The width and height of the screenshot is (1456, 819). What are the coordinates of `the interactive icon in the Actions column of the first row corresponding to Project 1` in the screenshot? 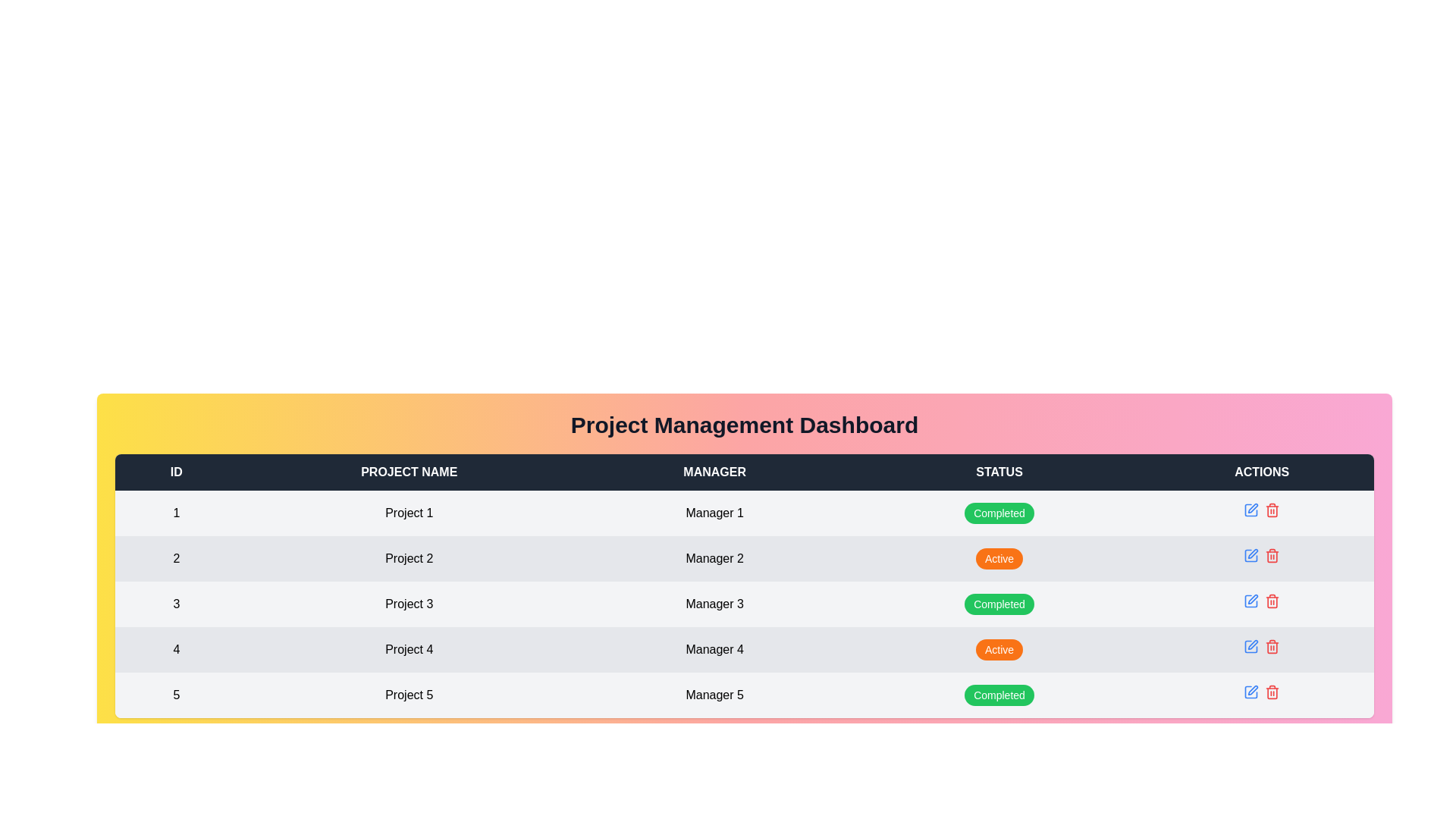 It's located at (1262, 510).